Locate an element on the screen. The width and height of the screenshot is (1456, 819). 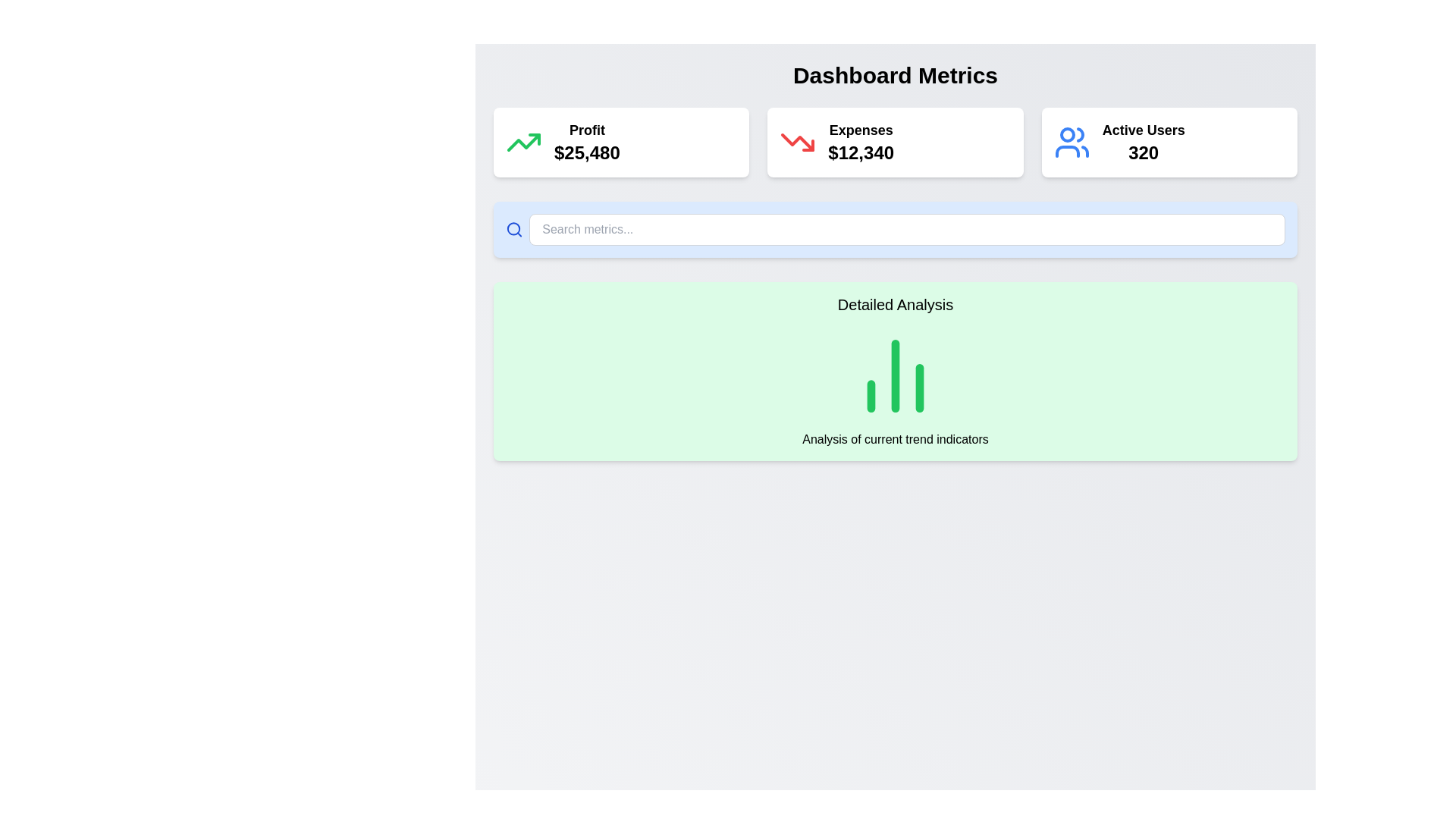
the upward growth icon located to the left of the 'Profit' header in the rectangular card displaying '$25,480' is located at coordinates (524, 143).